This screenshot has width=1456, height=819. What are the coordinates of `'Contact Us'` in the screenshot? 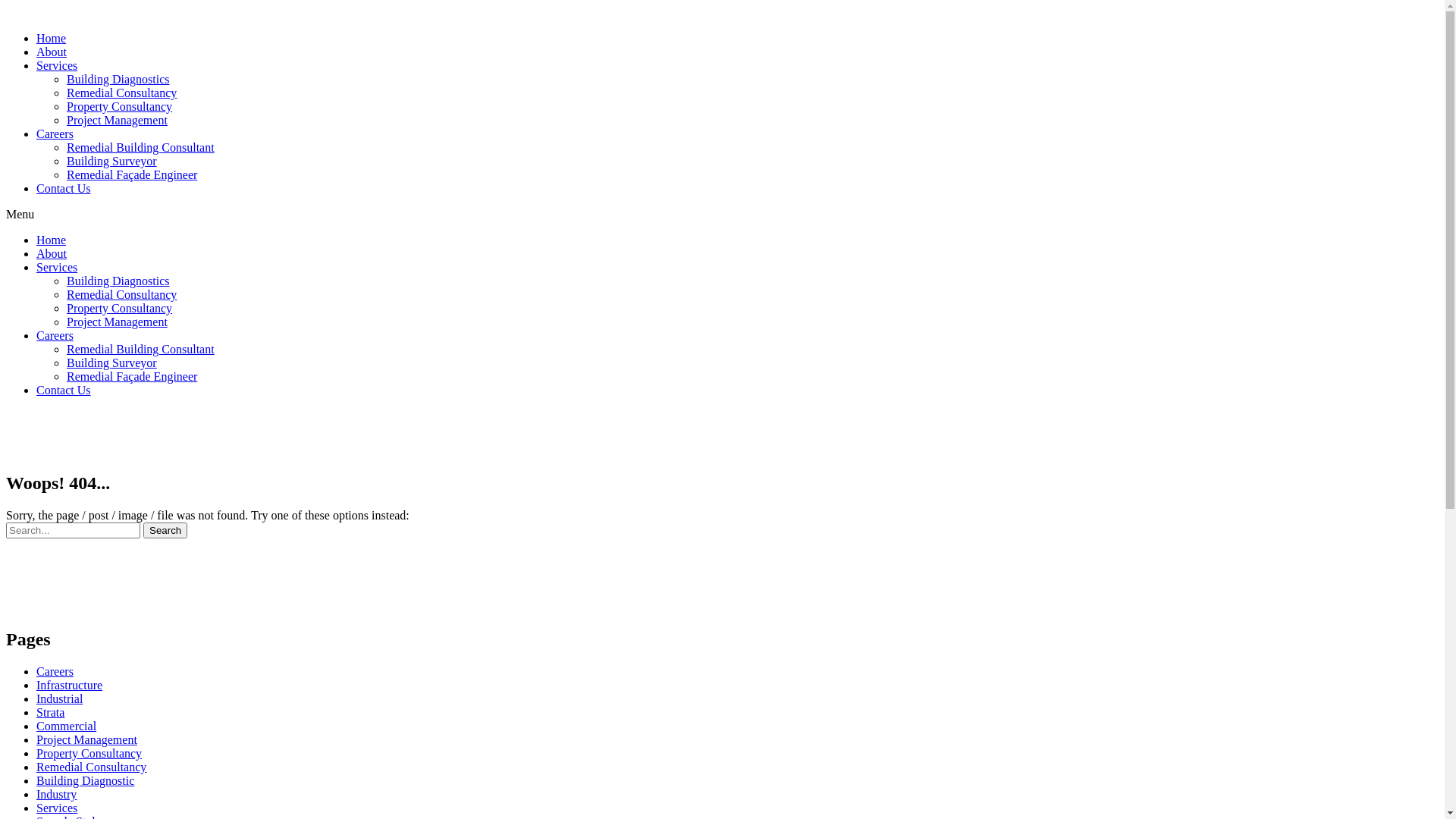 It's located at (62, 389).